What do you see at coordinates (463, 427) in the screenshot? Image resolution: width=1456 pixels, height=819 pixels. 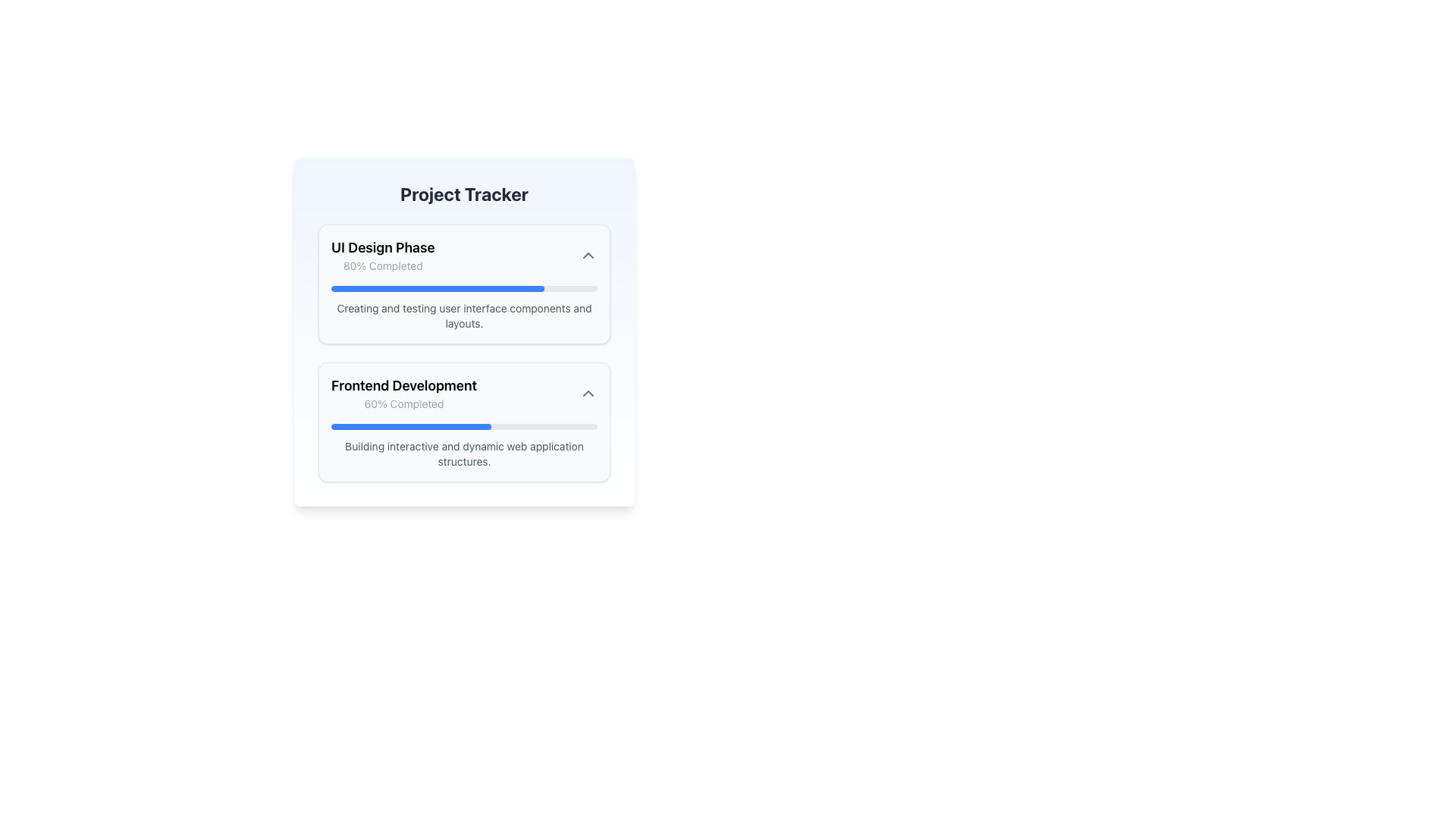 I see `the progress bar representing the completion status of the 'Frontend Development' task, which shows 60% progress and is located above the text 'Building interactive and dynamic web application structures.'` at bounding box center [463, 427].